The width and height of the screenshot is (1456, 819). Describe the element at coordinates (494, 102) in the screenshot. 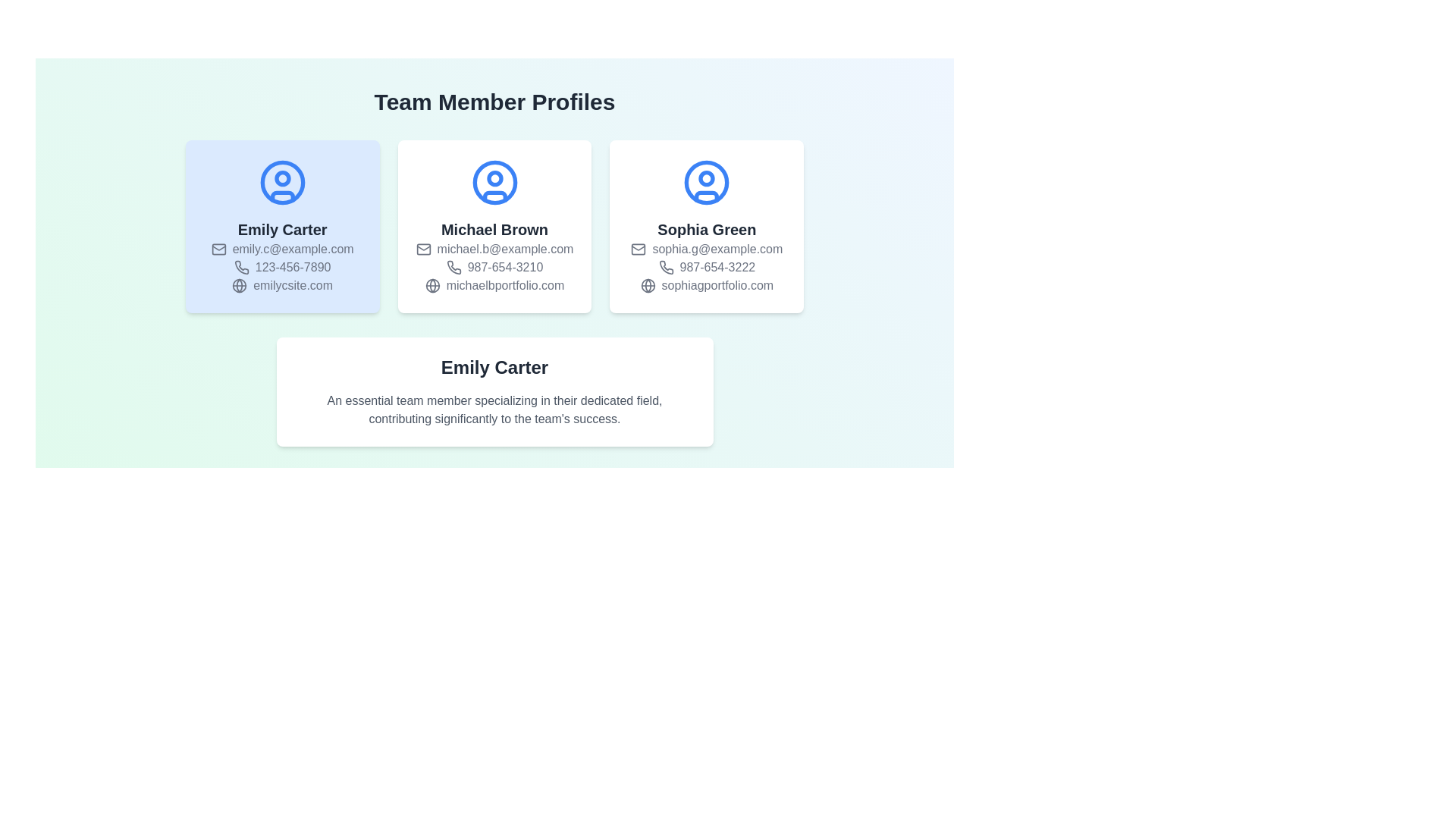

I see `text from the centered large text label that displays 'Team Member Profiles.'` at that location.